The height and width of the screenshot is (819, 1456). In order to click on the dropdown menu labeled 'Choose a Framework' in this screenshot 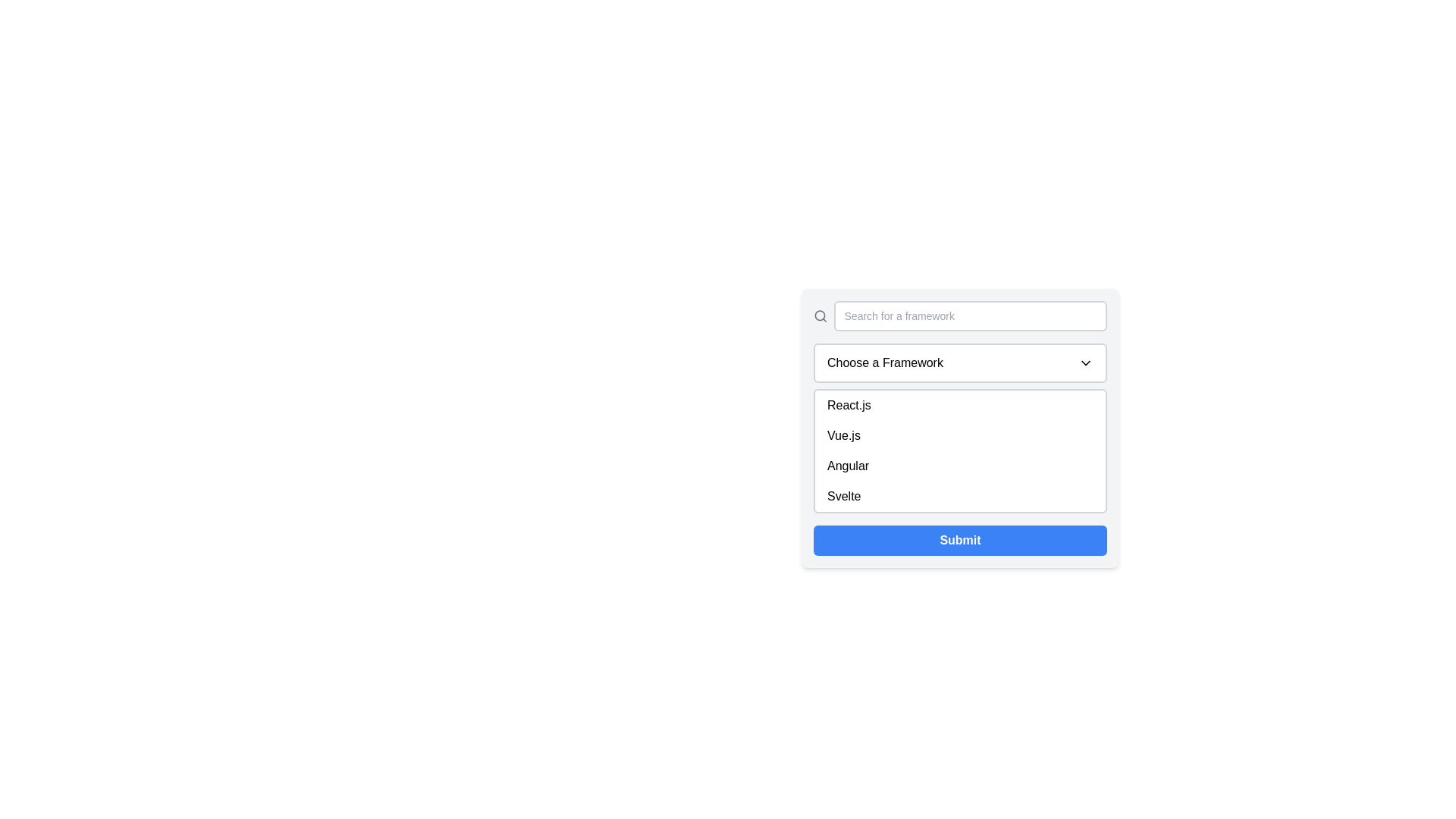, I will do `click(959, 362)`.